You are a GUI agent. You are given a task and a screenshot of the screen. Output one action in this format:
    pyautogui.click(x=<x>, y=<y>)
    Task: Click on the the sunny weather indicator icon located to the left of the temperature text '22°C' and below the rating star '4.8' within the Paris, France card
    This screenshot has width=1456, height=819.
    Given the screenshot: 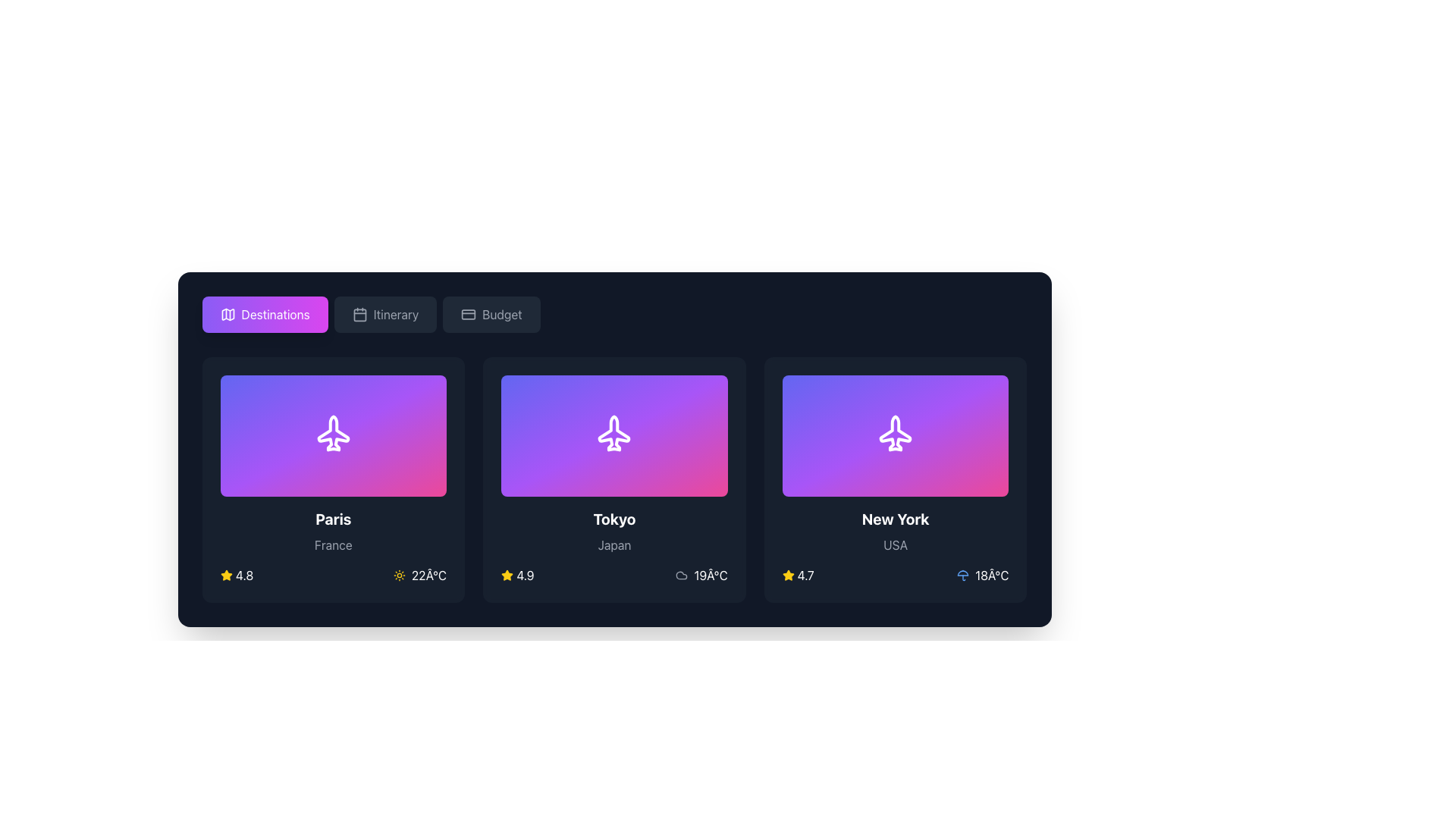 What is the action you would take?
    pyautogui.click(x=399, y=576)
    